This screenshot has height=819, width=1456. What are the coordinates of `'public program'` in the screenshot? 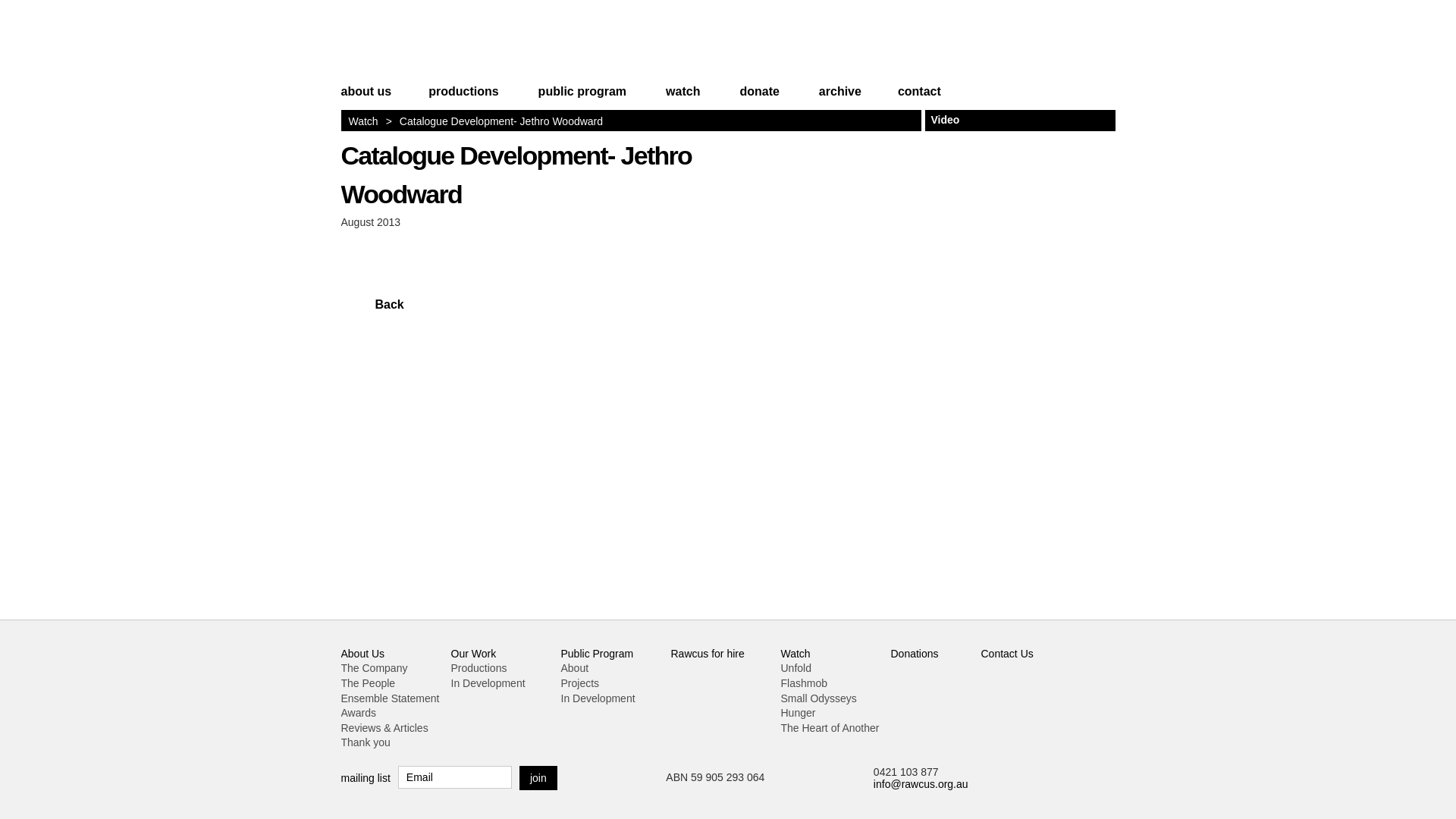 It's located at (582, 98).